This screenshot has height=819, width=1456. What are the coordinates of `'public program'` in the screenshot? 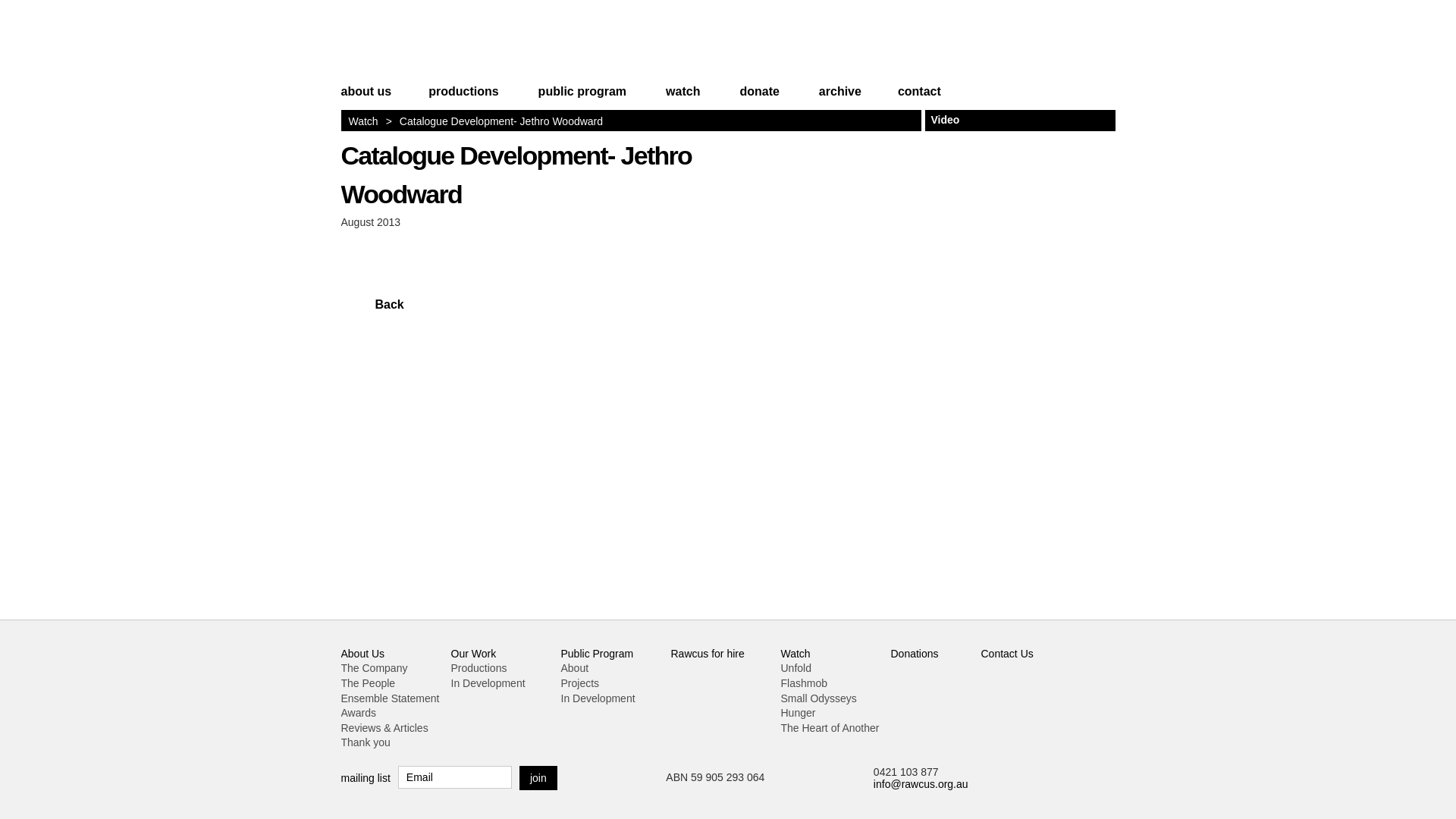 It's located at (582, 98).